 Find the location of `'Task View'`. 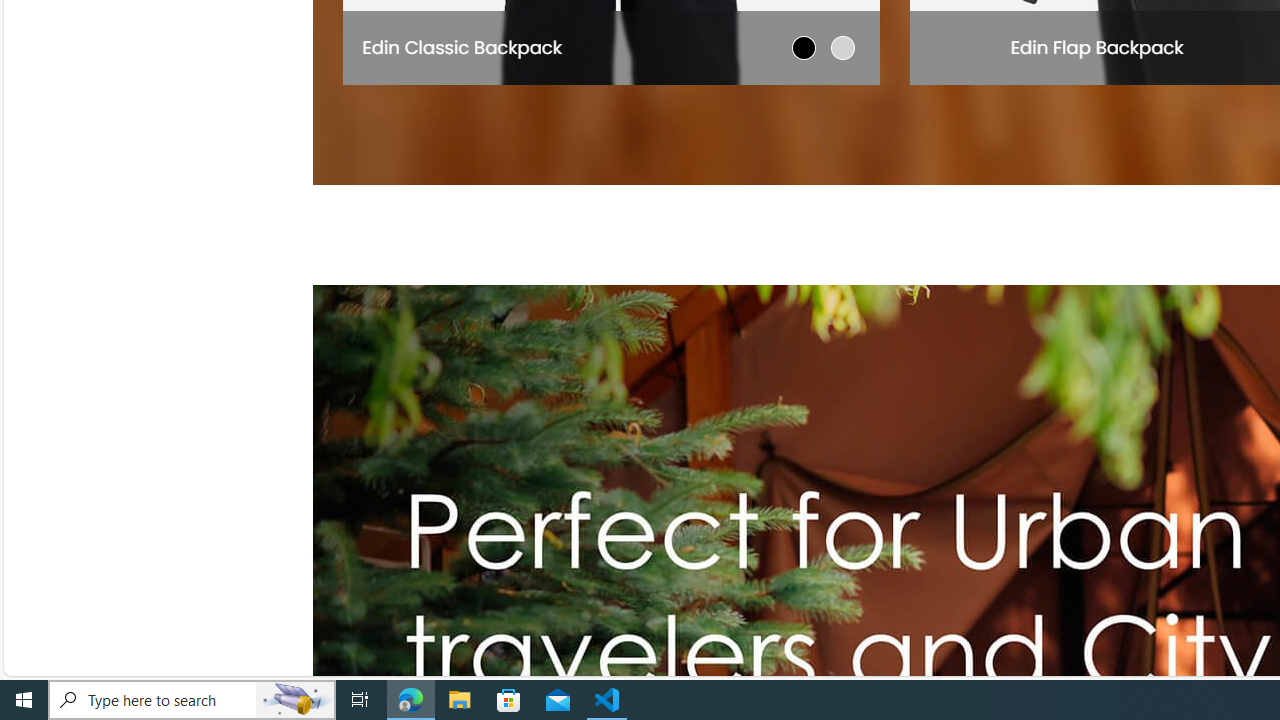

'Task View' is located at coordinates (359, 698).